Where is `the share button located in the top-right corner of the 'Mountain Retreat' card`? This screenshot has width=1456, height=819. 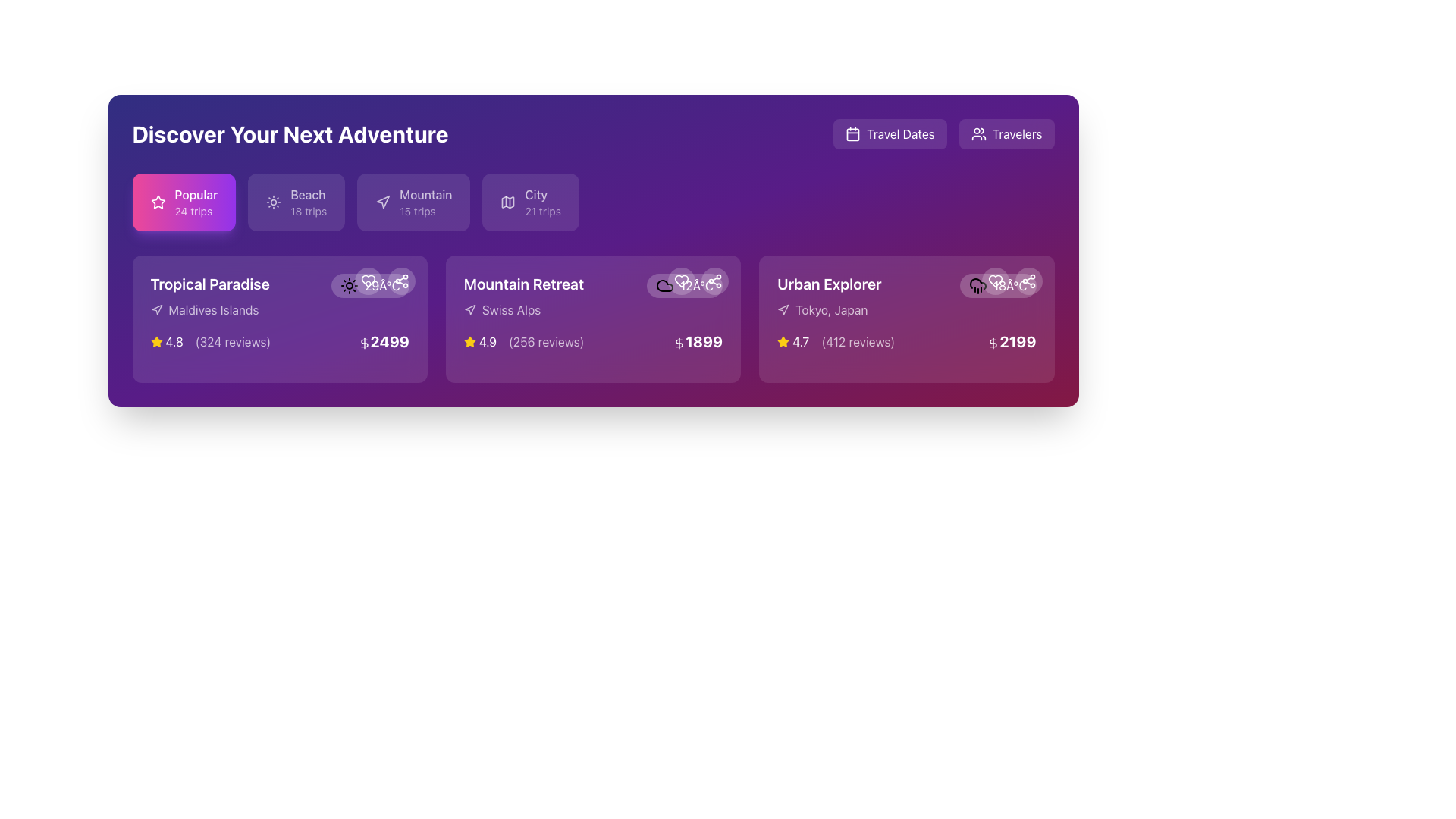
the share button located in the top-right corner of the 'Mountain Retreat' card is located at coordinates (714, 281).